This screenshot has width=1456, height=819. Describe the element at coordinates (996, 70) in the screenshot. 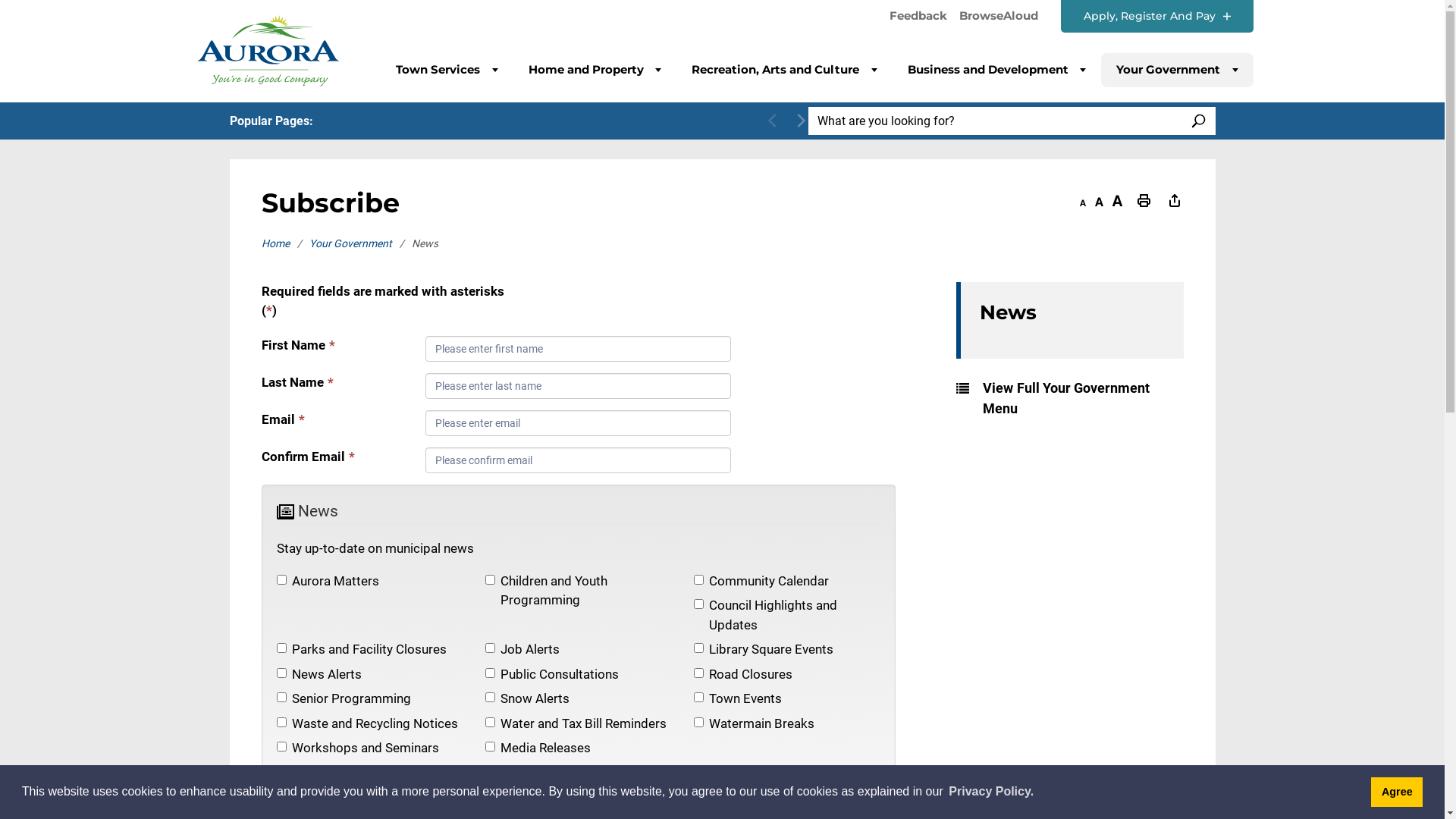

I see `'Business and Development'` at that location.